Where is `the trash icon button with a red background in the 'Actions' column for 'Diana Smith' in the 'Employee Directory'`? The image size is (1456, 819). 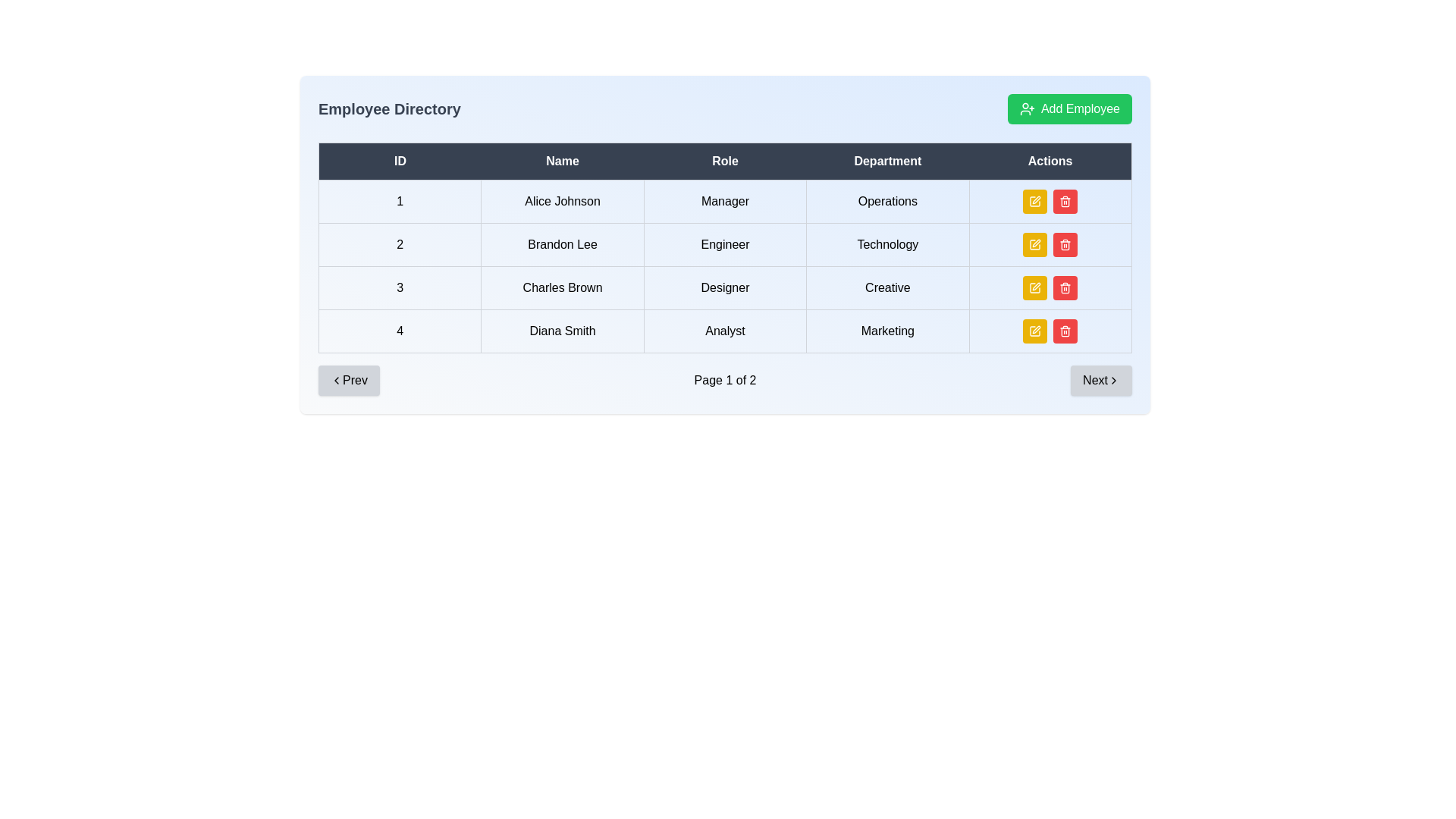 the trash icon button with a red background in the 'Actions' column for 'Diana Smith' in the 'Employee Directory' is located at coordinates (1065, 288).